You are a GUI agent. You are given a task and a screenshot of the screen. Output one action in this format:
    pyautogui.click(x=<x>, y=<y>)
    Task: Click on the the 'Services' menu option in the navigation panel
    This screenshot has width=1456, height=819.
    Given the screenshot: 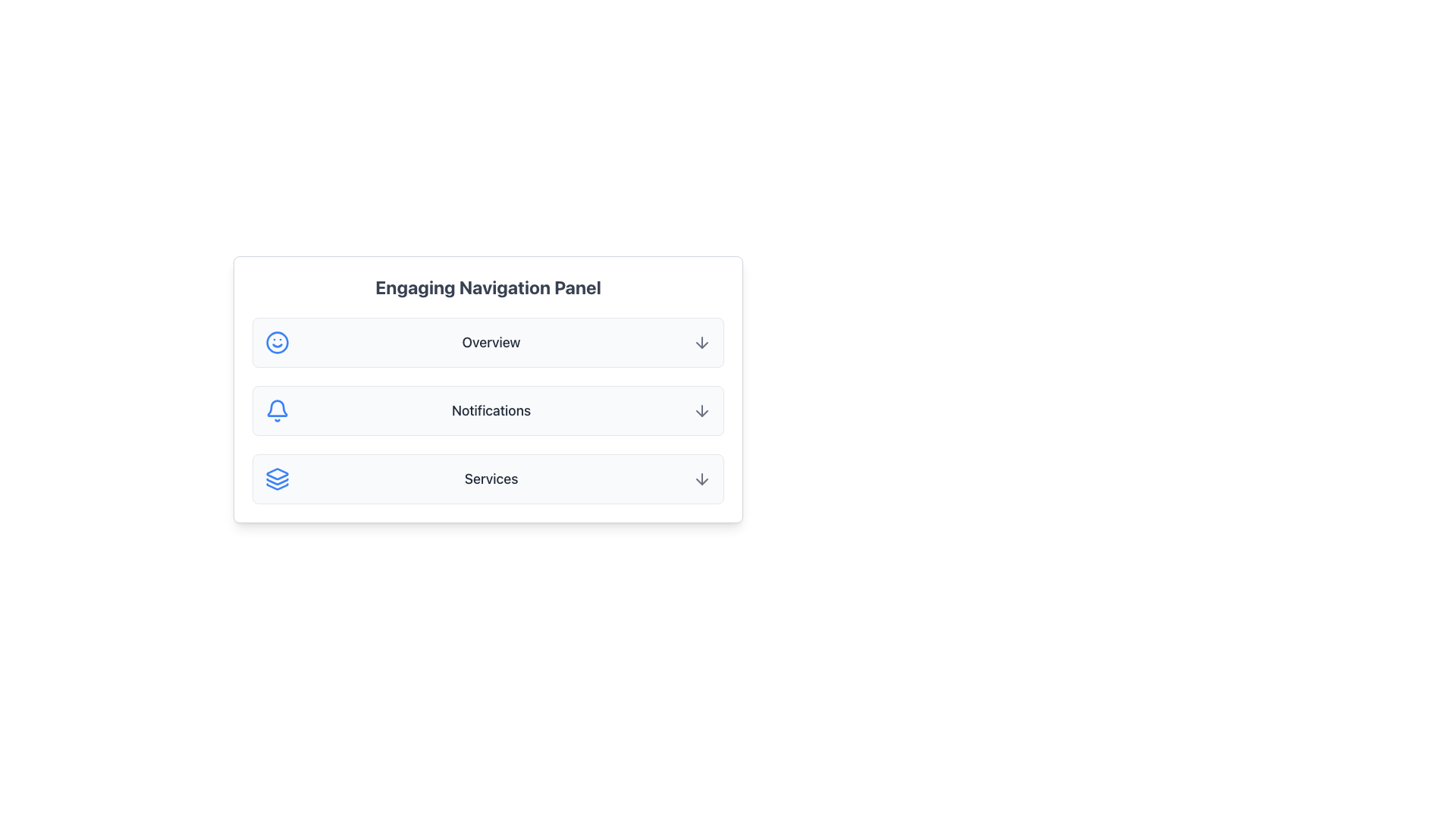 What is the action you would take?
    pyautogui.click(x=488, y=479)
    